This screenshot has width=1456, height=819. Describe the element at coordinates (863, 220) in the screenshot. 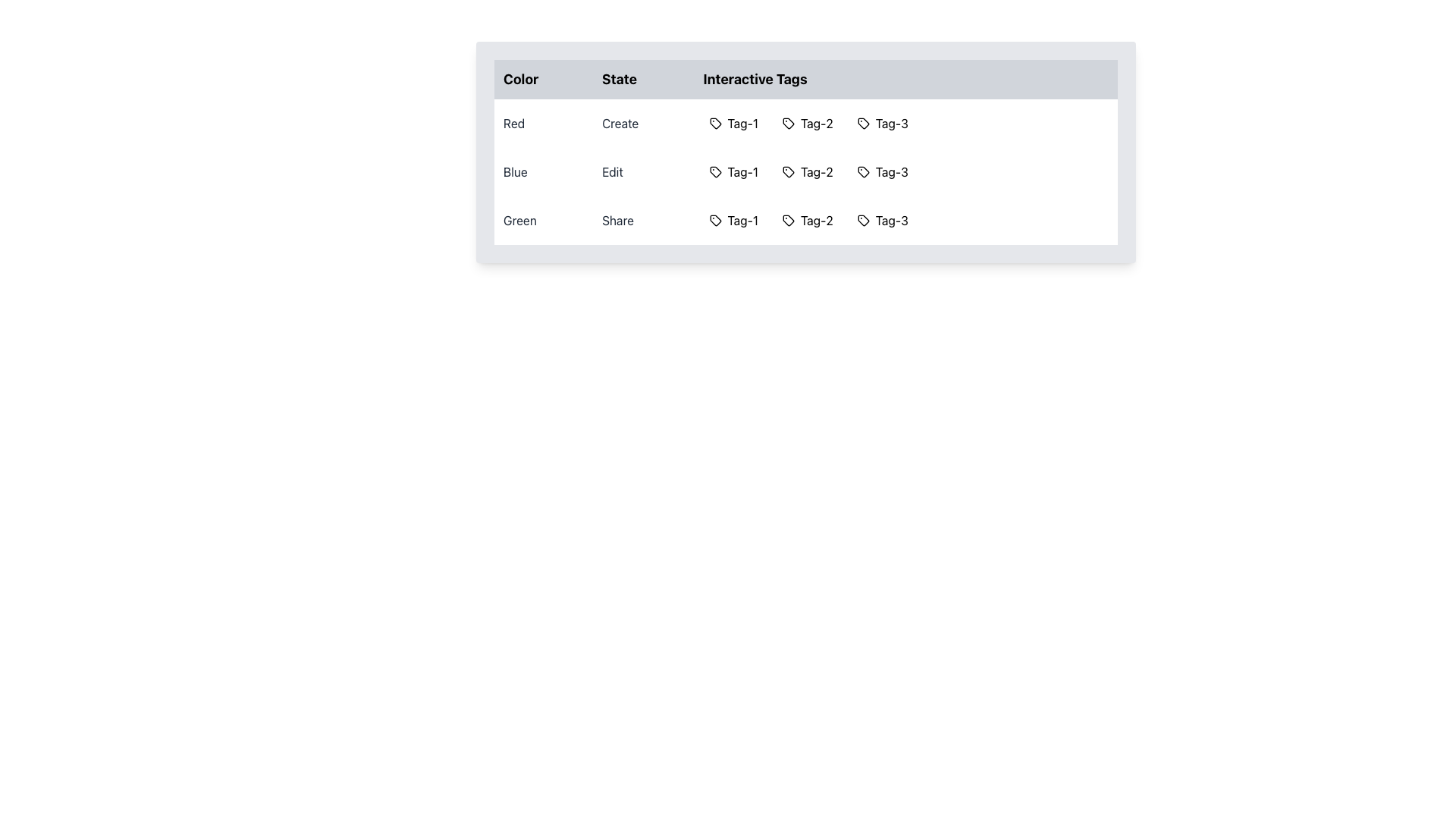

I see `the visual details of the green tag icon labeled 'Tag-3' located in the 'Interactive Tags' column under the 'Share' row of the table` at that location.